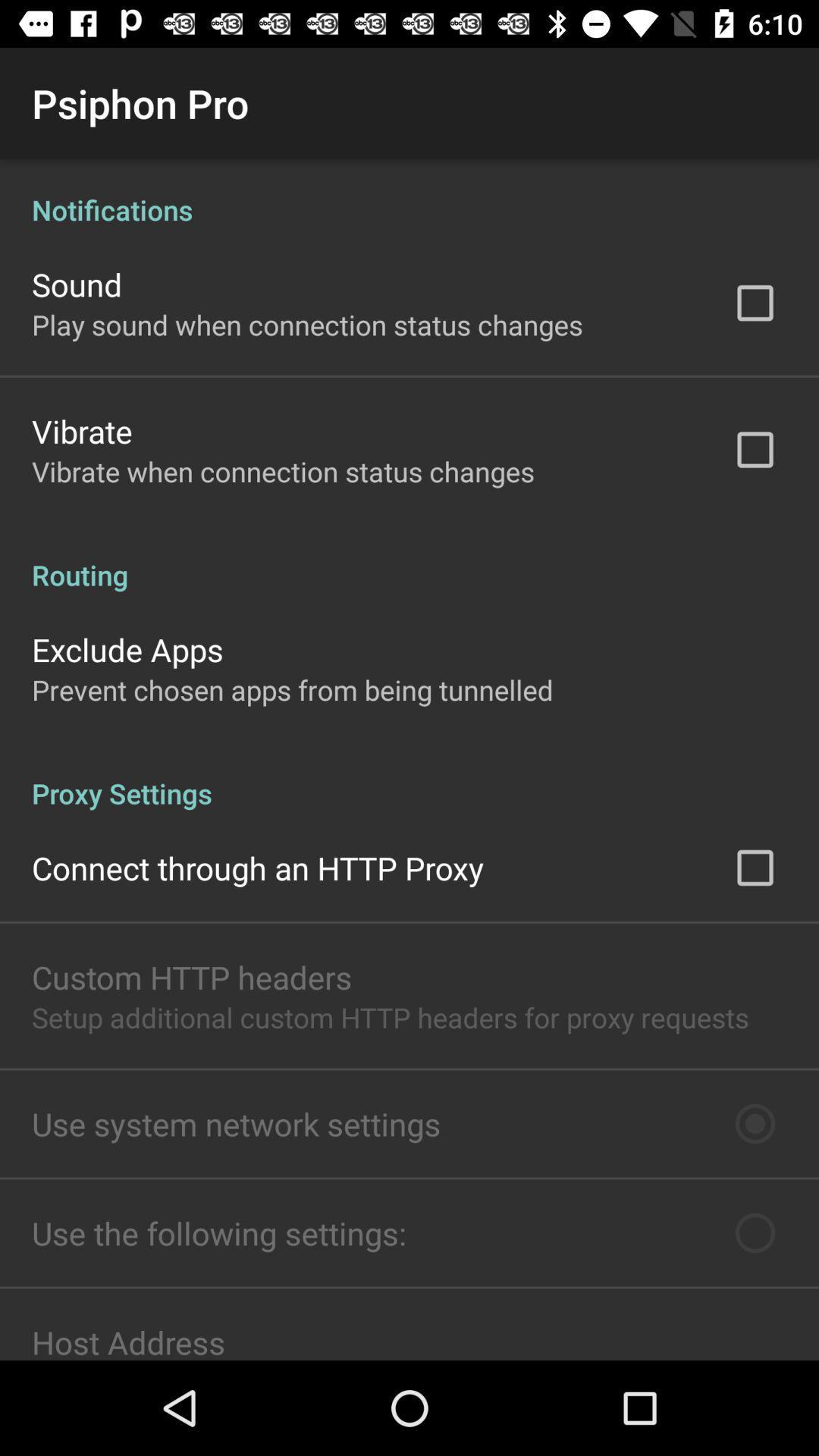 Image resolution: width=819 pixels, height=1456 pixels. Describe the element at coordinates (307, 324) in the screenshot. I see `icon below sound icon` at that location.